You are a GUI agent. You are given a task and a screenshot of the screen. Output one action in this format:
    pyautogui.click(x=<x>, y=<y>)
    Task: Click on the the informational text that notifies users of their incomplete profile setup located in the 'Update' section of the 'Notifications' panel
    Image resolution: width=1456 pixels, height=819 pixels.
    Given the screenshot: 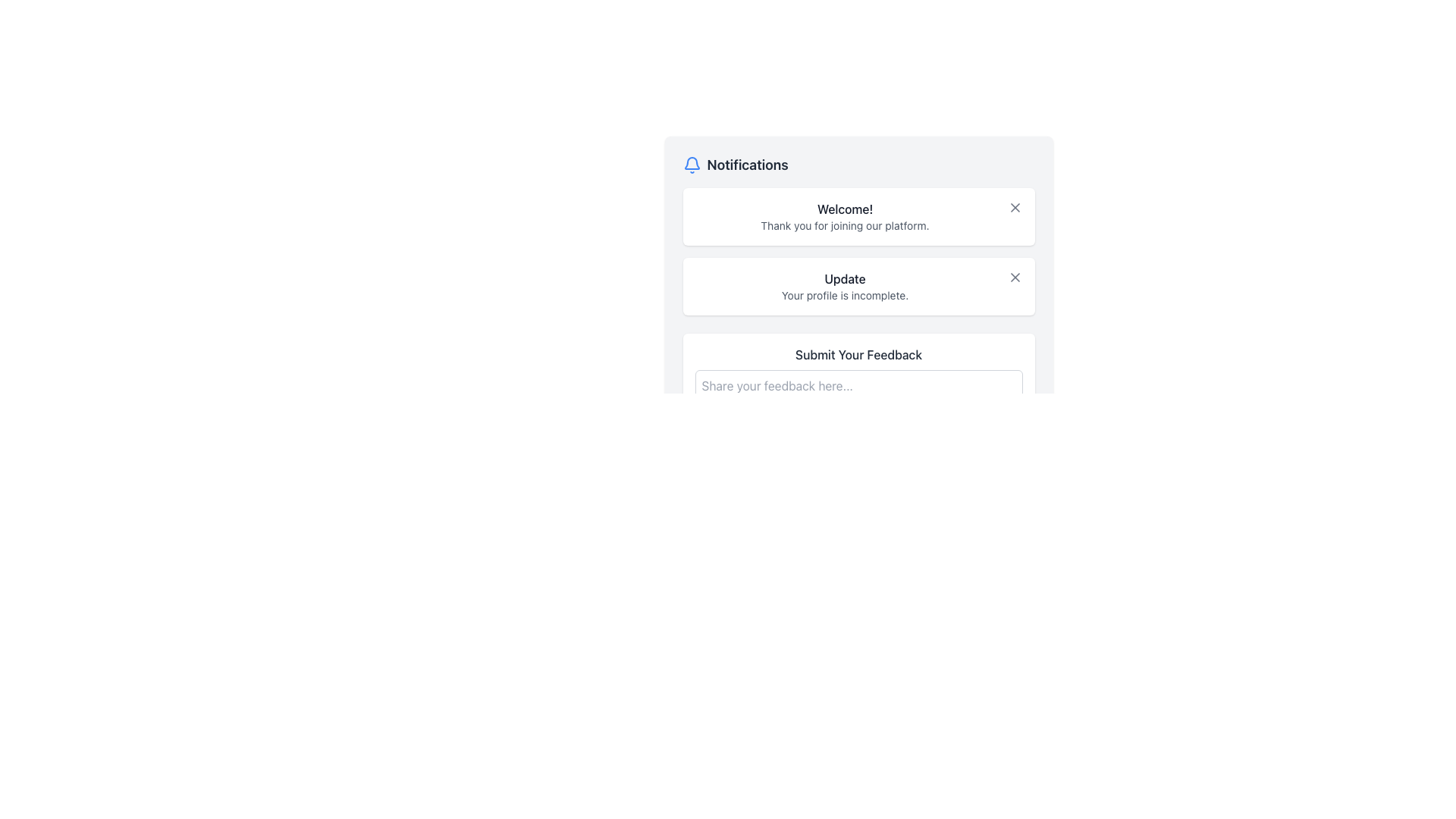 What is the action you would take?
    pyautogui.click(x=844, y=295)
    